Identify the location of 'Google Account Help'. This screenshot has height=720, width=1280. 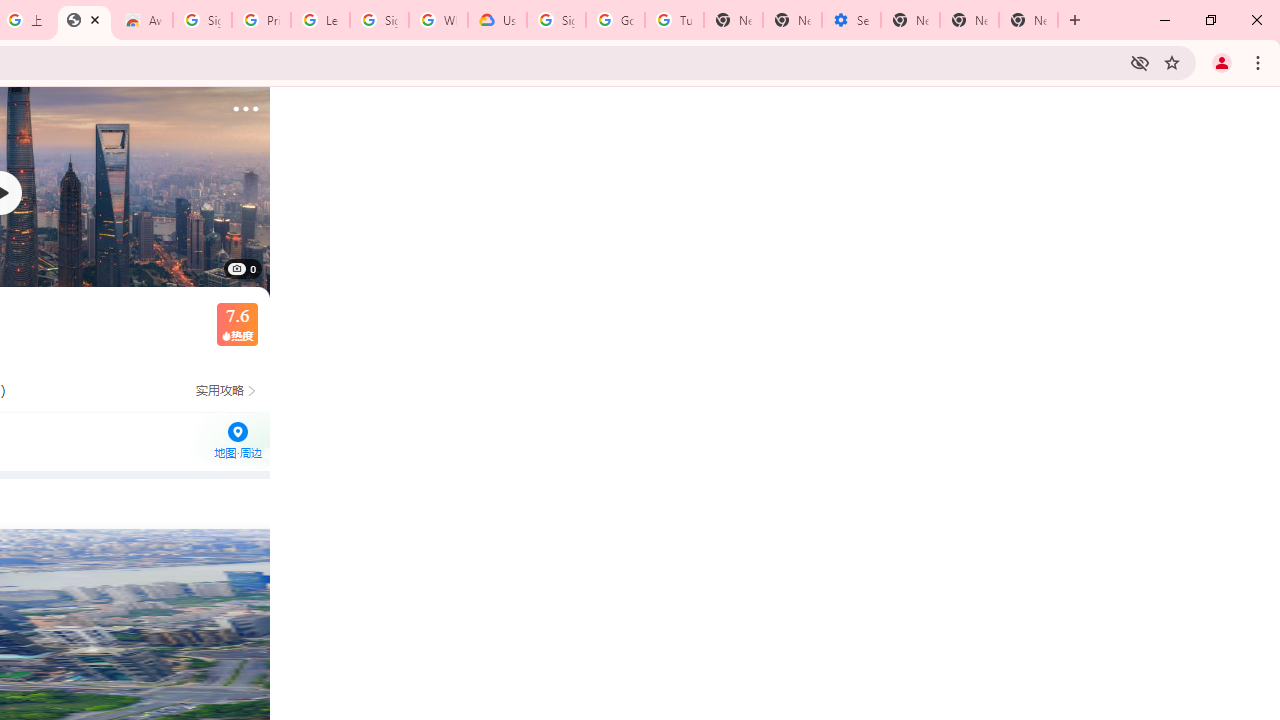
(614, 20).